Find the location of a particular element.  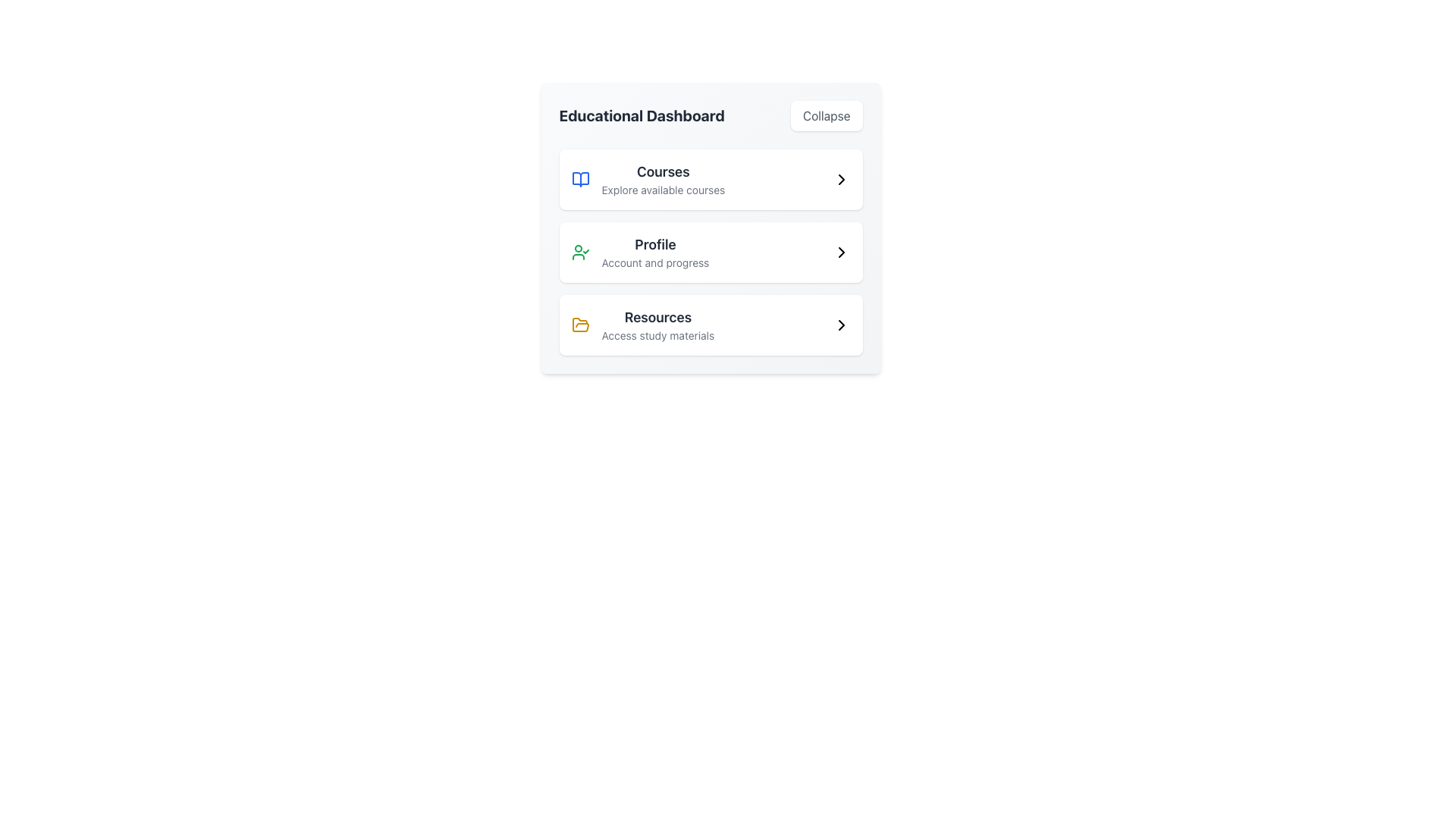

the 'Profile' list item, which provides access to the 'Profile' page with additional information about 'Account and progress' visible below its title is located at coordinates (640, 251).